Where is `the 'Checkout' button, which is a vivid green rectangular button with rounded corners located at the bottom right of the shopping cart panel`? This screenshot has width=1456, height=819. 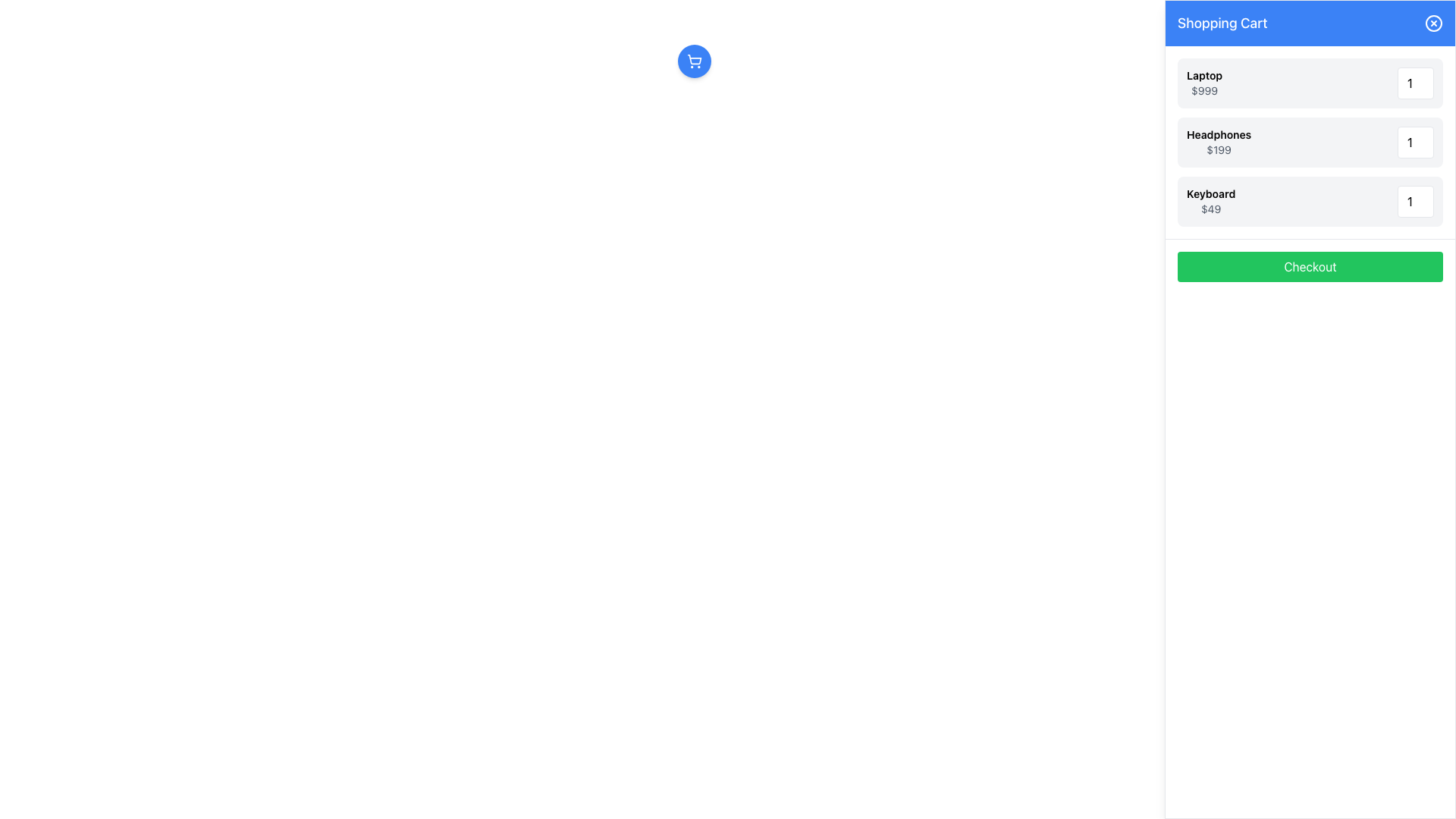
the 'Checkout' button, which is a vivid green rectangular button with rounded corners located at the bottom right of the shopping cart panel is located at coordinates (1310, 265).